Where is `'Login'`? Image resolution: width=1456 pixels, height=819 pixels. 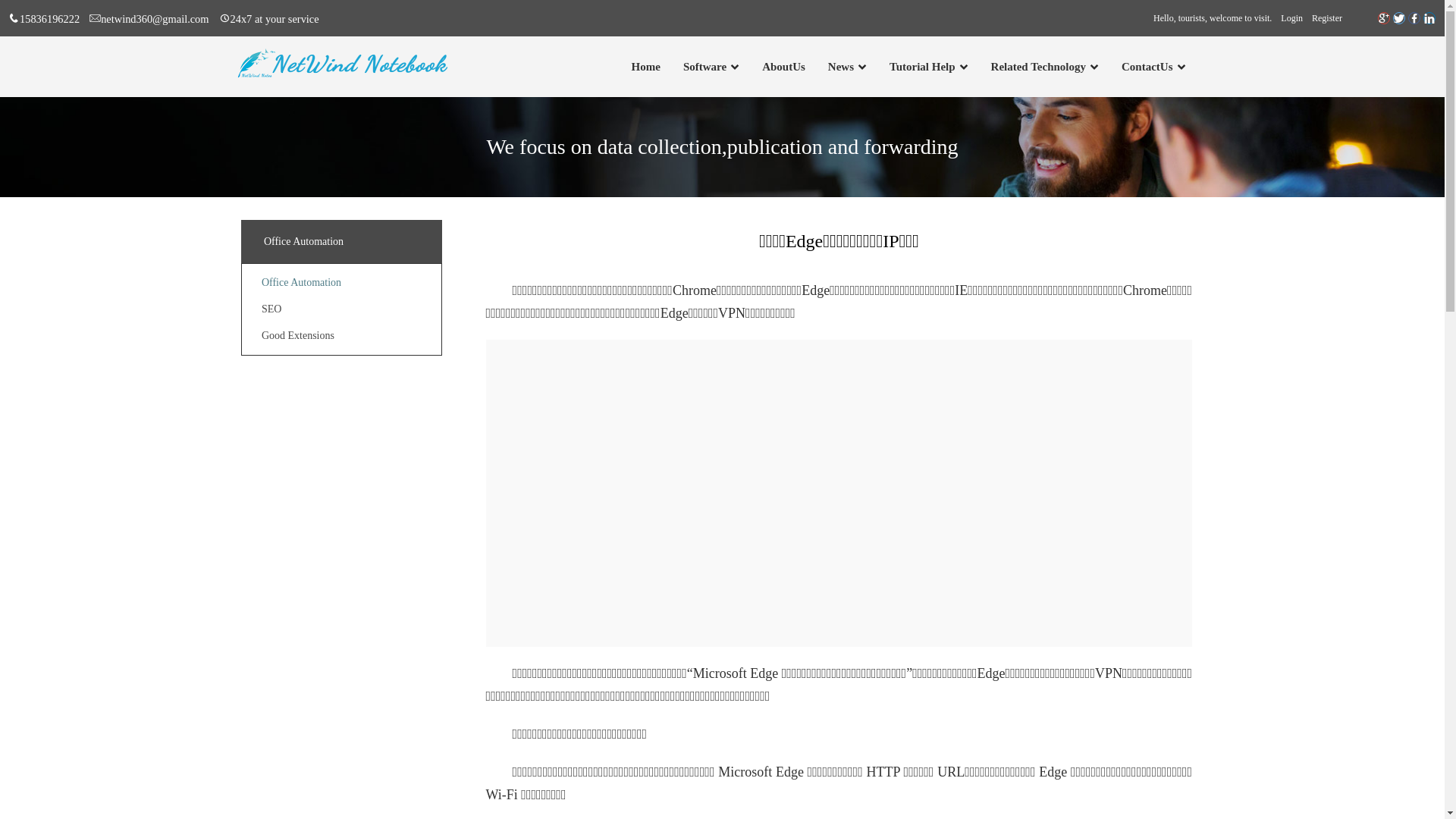
'Login' is located at coordinates (1291, 17).